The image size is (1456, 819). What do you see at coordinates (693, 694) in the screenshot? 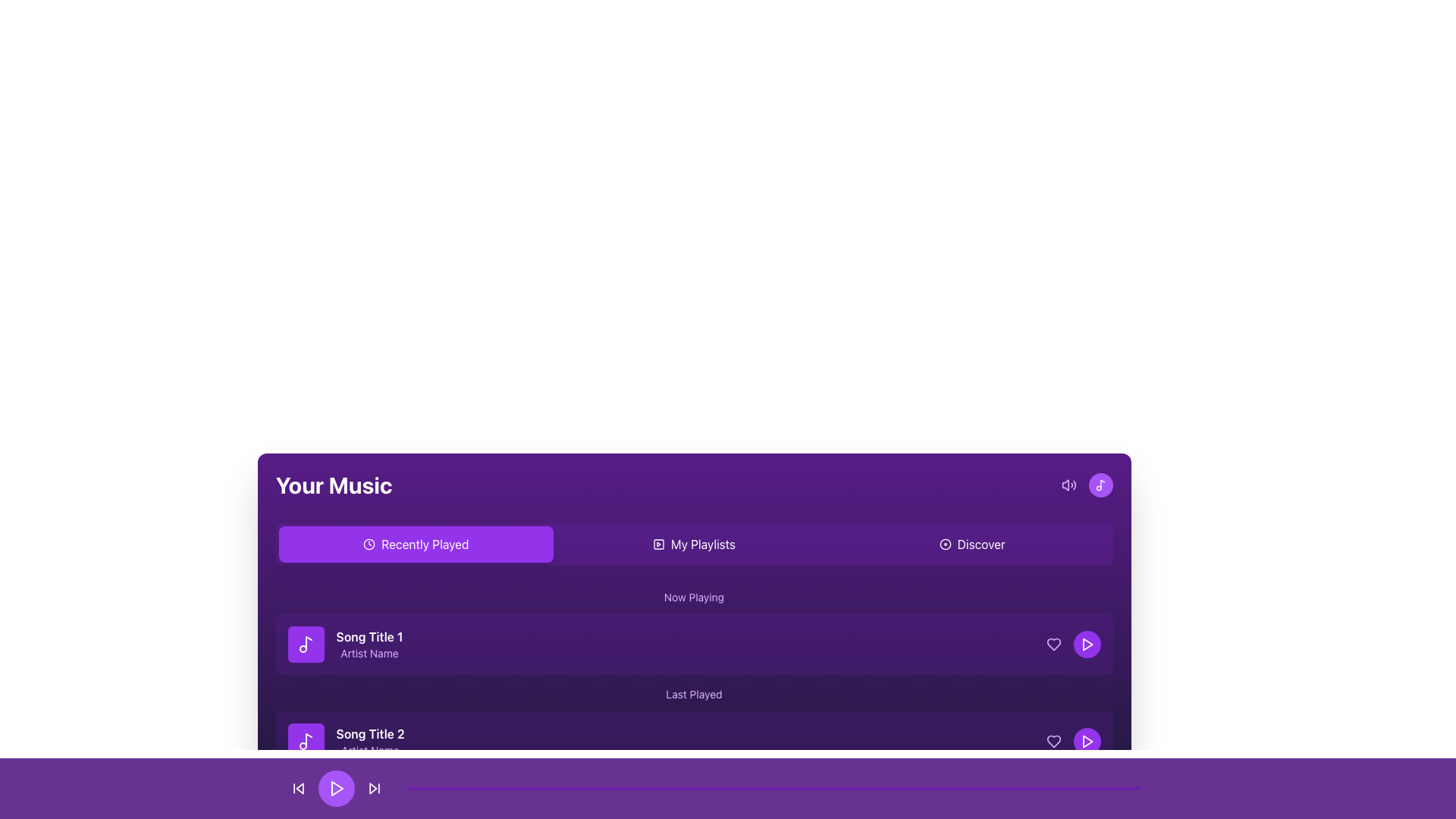
I see `the 'Last Played' text label element, which is a small purple font label located above the song title and artist name in the music playlist section` at bounding box center [693, 694].